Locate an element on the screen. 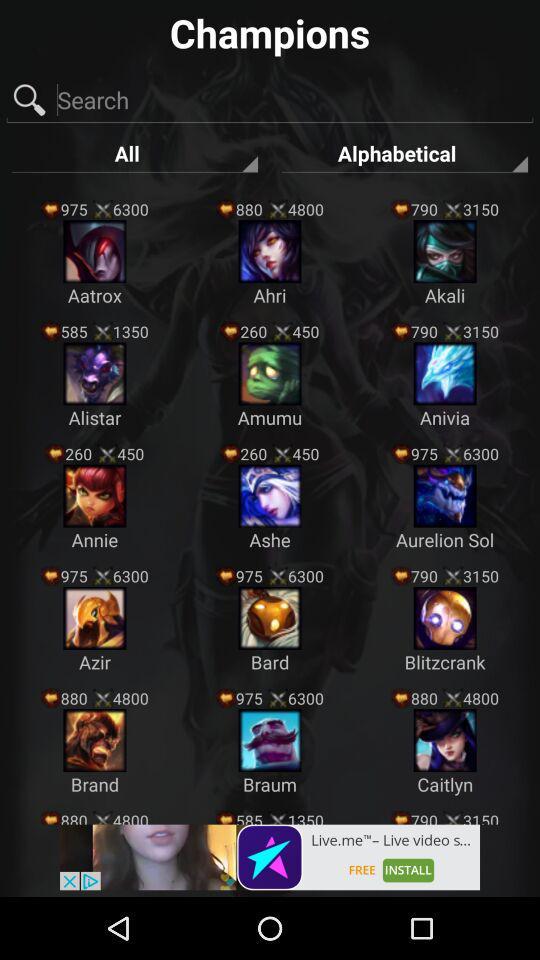  search image is located at coordinates (270, 101).